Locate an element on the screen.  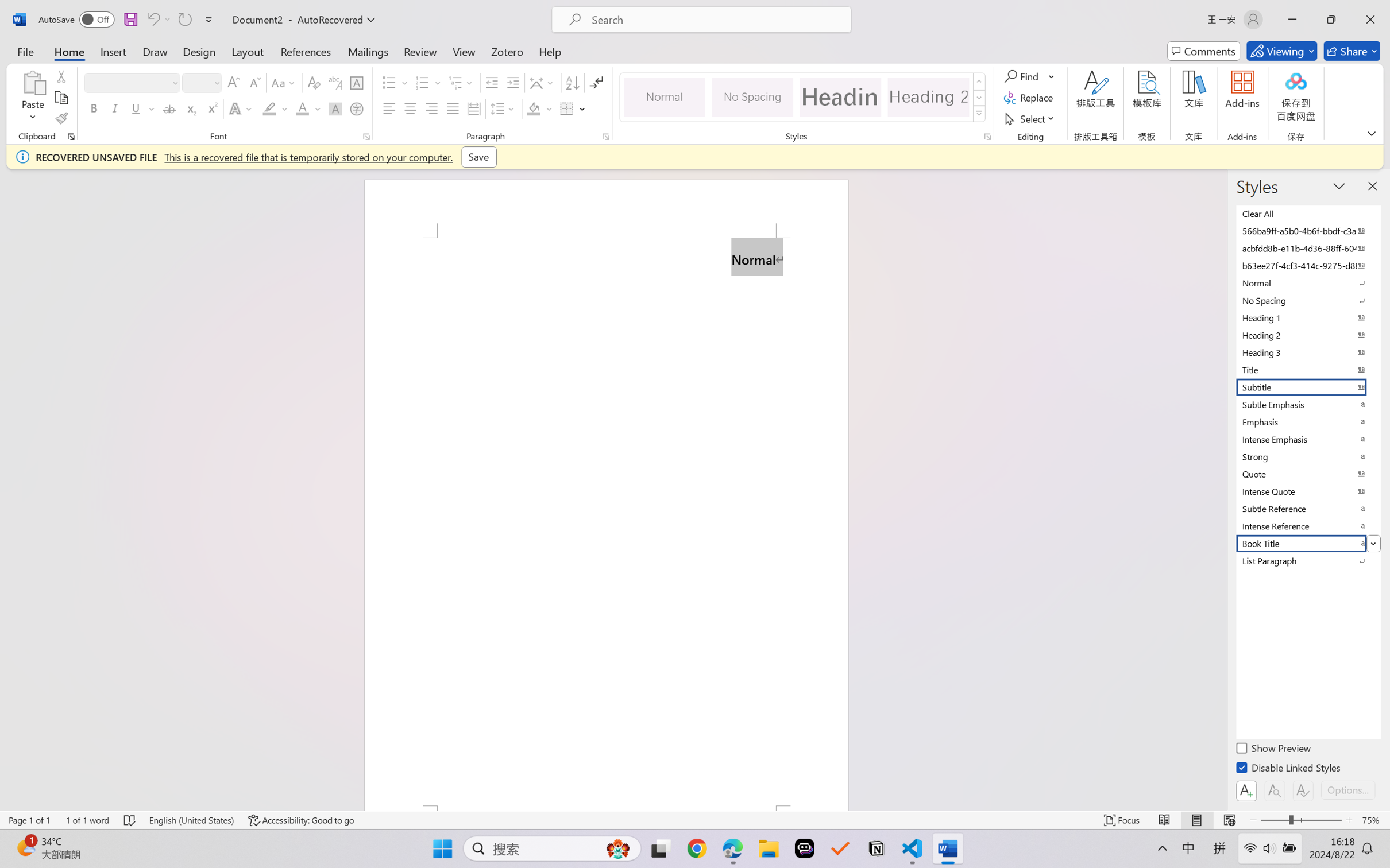
'Class: NetUIButton' is located at coordinates (1303, 790).